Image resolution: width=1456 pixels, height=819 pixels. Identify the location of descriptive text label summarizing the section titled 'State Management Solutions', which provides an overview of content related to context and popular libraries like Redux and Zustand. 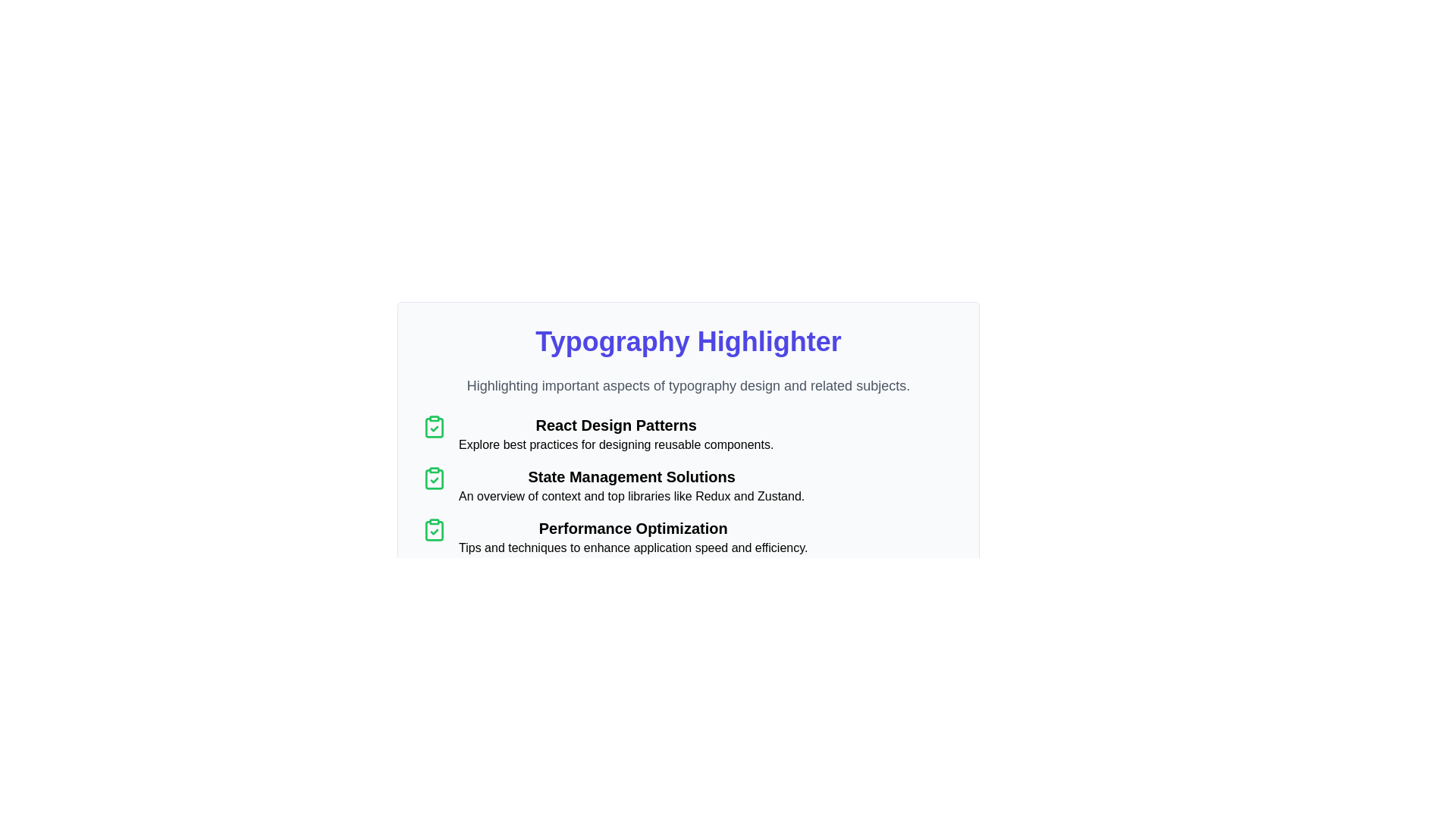
(632, 497).